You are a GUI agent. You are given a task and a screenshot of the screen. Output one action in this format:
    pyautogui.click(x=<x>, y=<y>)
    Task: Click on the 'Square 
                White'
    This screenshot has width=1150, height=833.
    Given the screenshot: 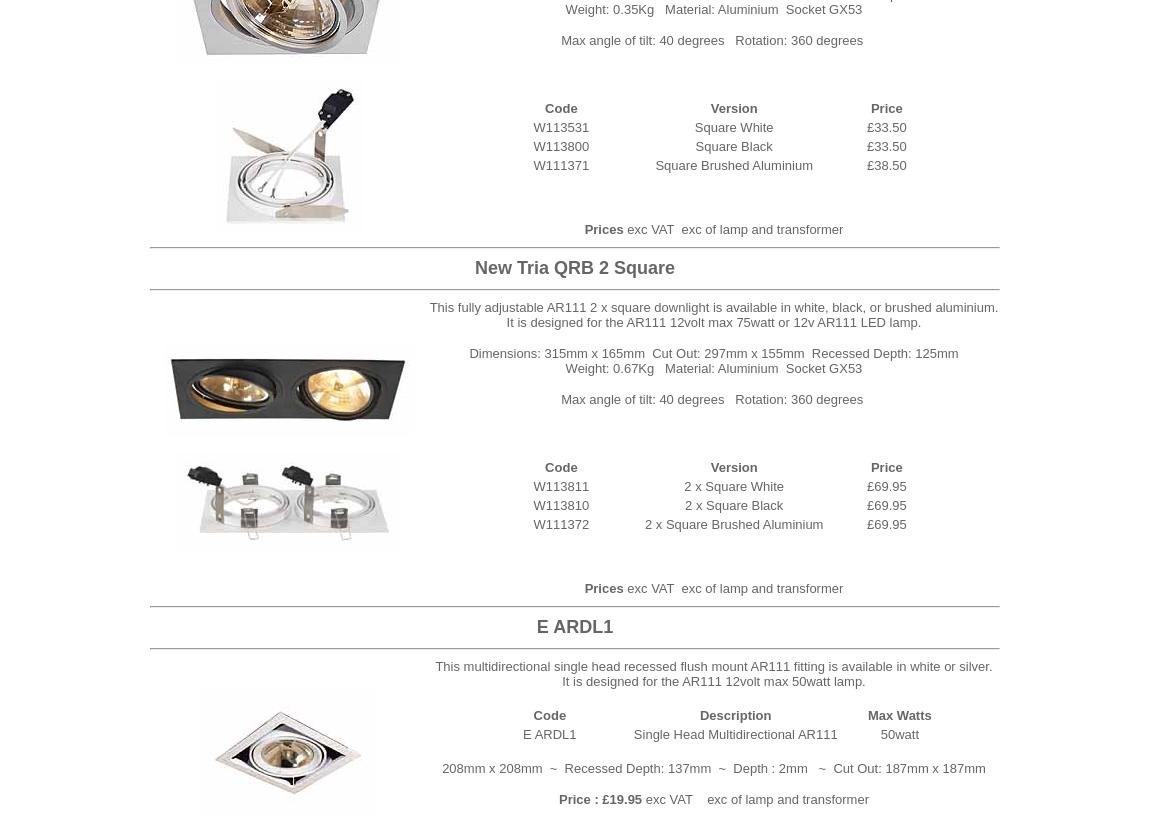 What is the action you would take?
    pyautogui.click(x=732, y=127)
    